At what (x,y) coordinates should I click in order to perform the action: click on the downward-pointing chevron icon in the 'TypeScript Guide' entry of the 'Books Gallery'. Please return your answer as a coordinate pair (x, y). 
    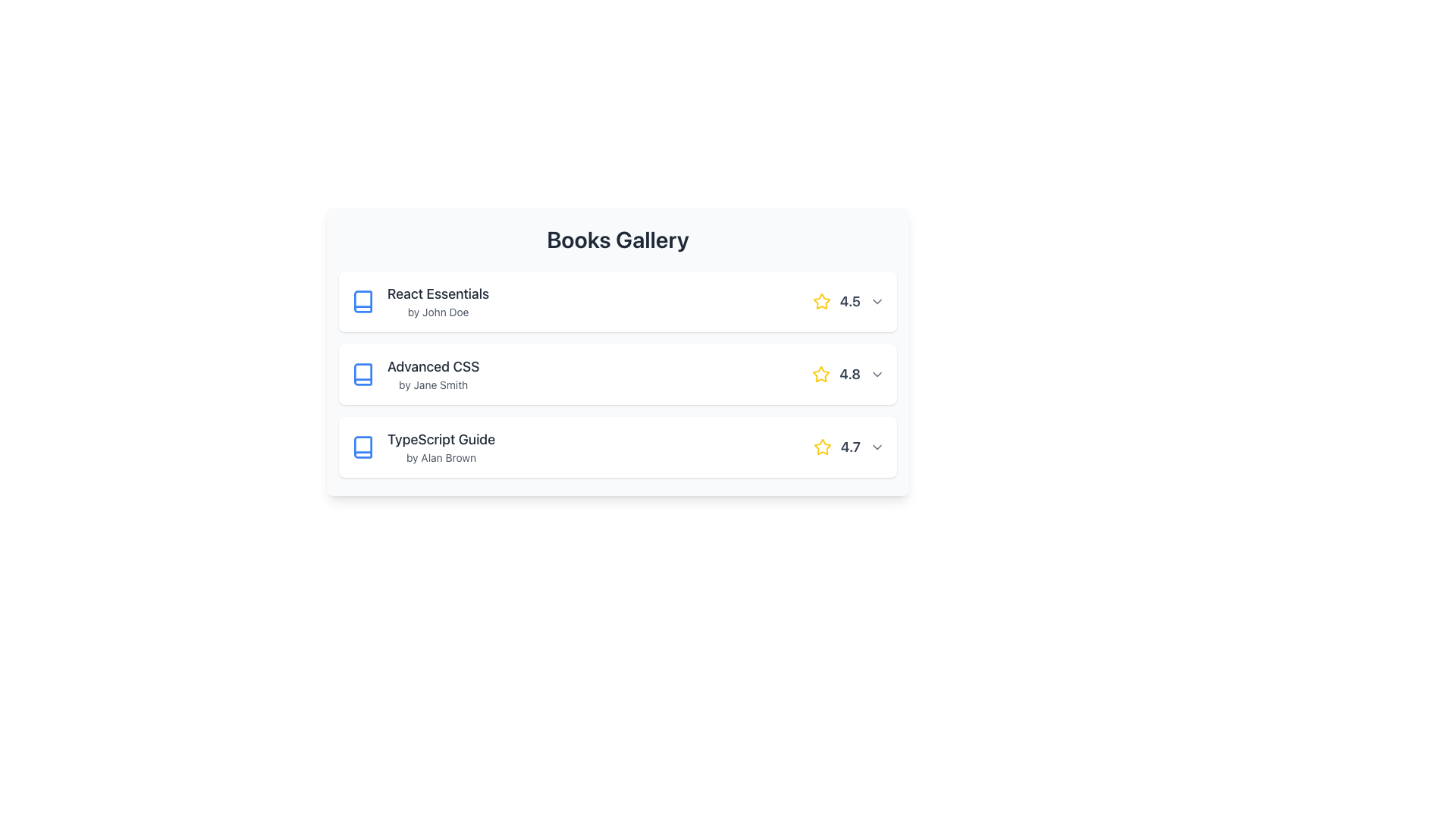
    Looking at the image, I should click on (877, 447).